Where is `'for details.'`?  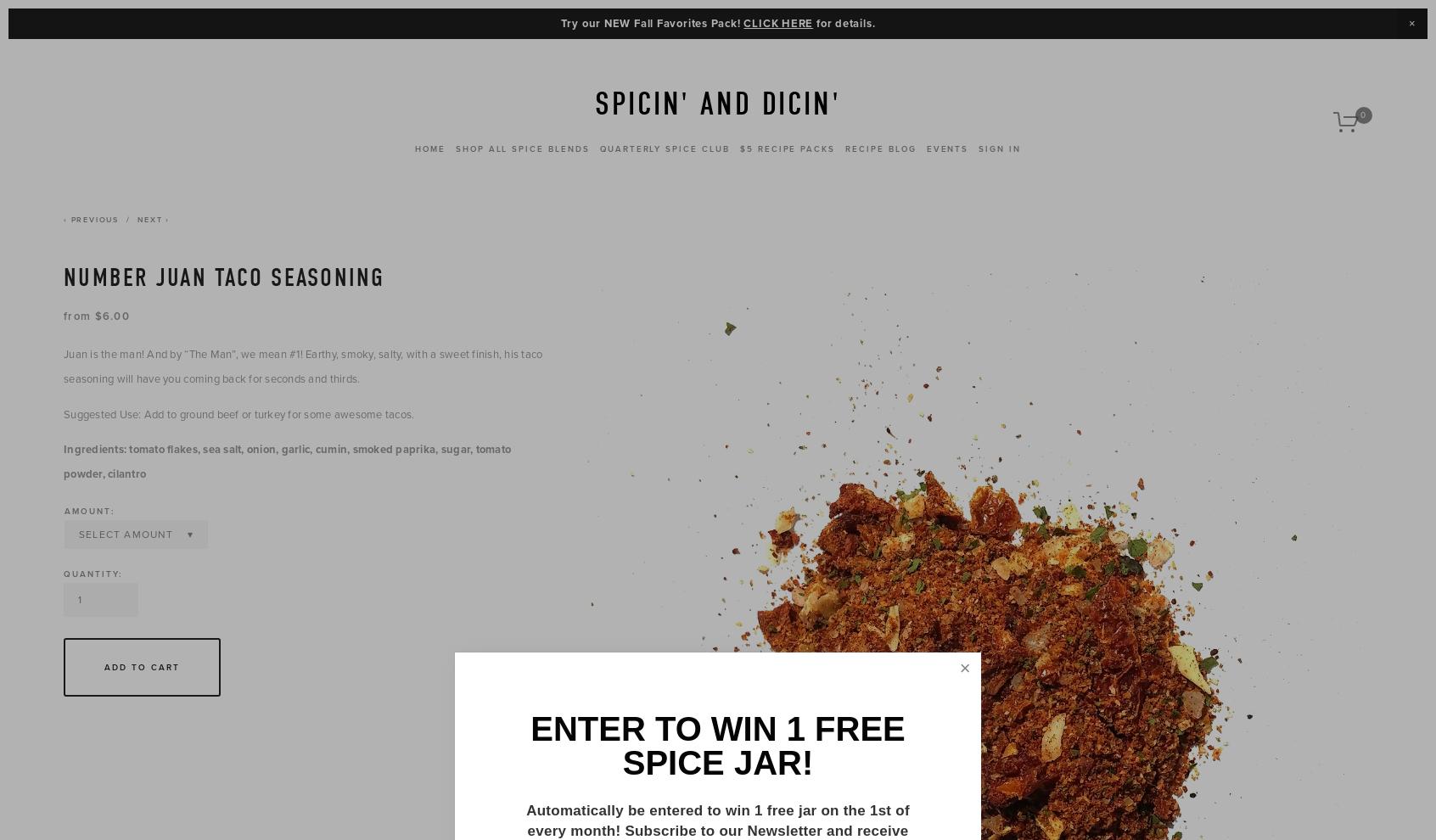
'for details.' is located at coordinates (843, 22).